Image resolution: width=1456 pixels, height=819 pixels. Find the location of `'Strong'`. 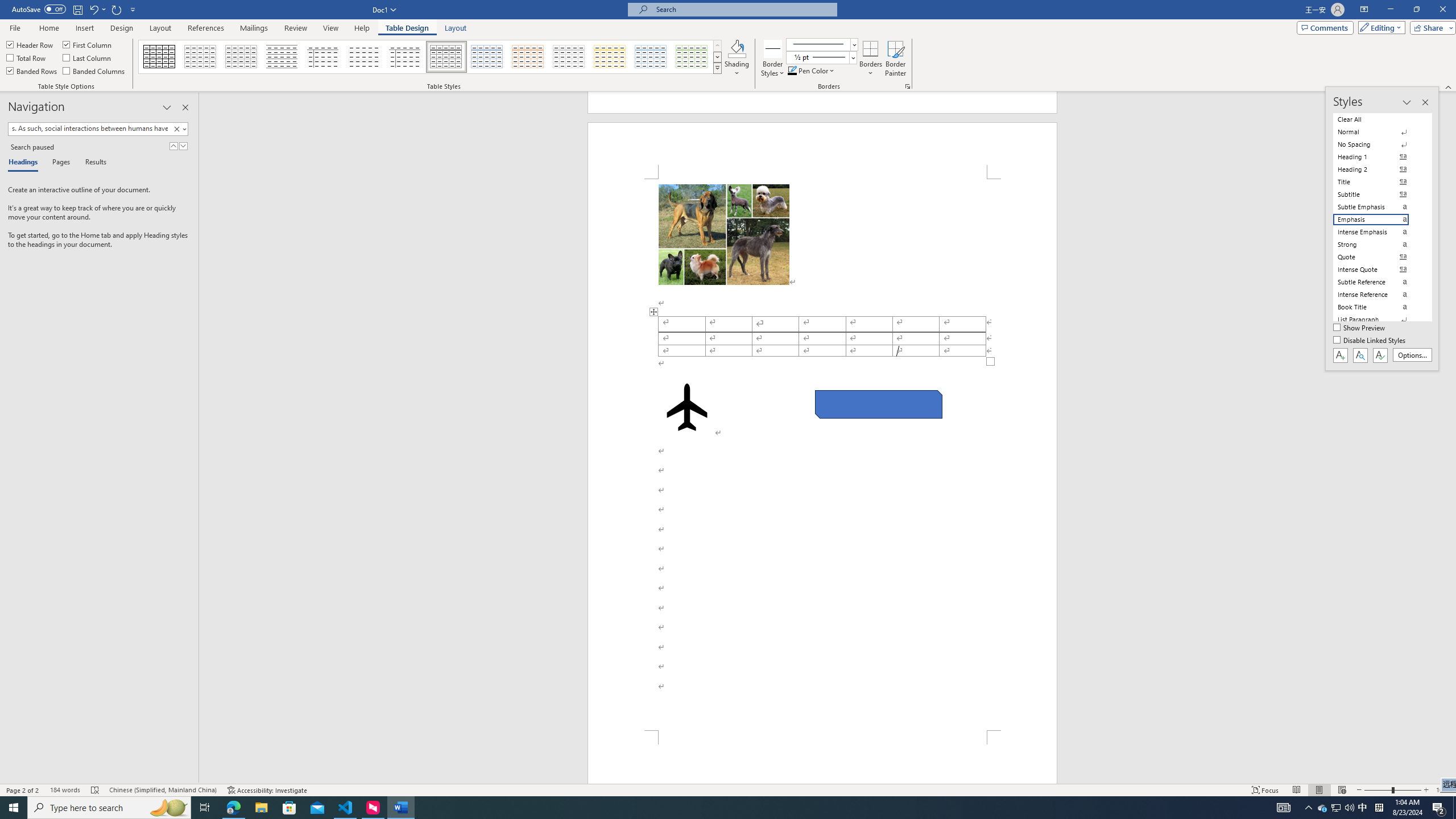

'Strong' is located at coordinates (1378, 243).